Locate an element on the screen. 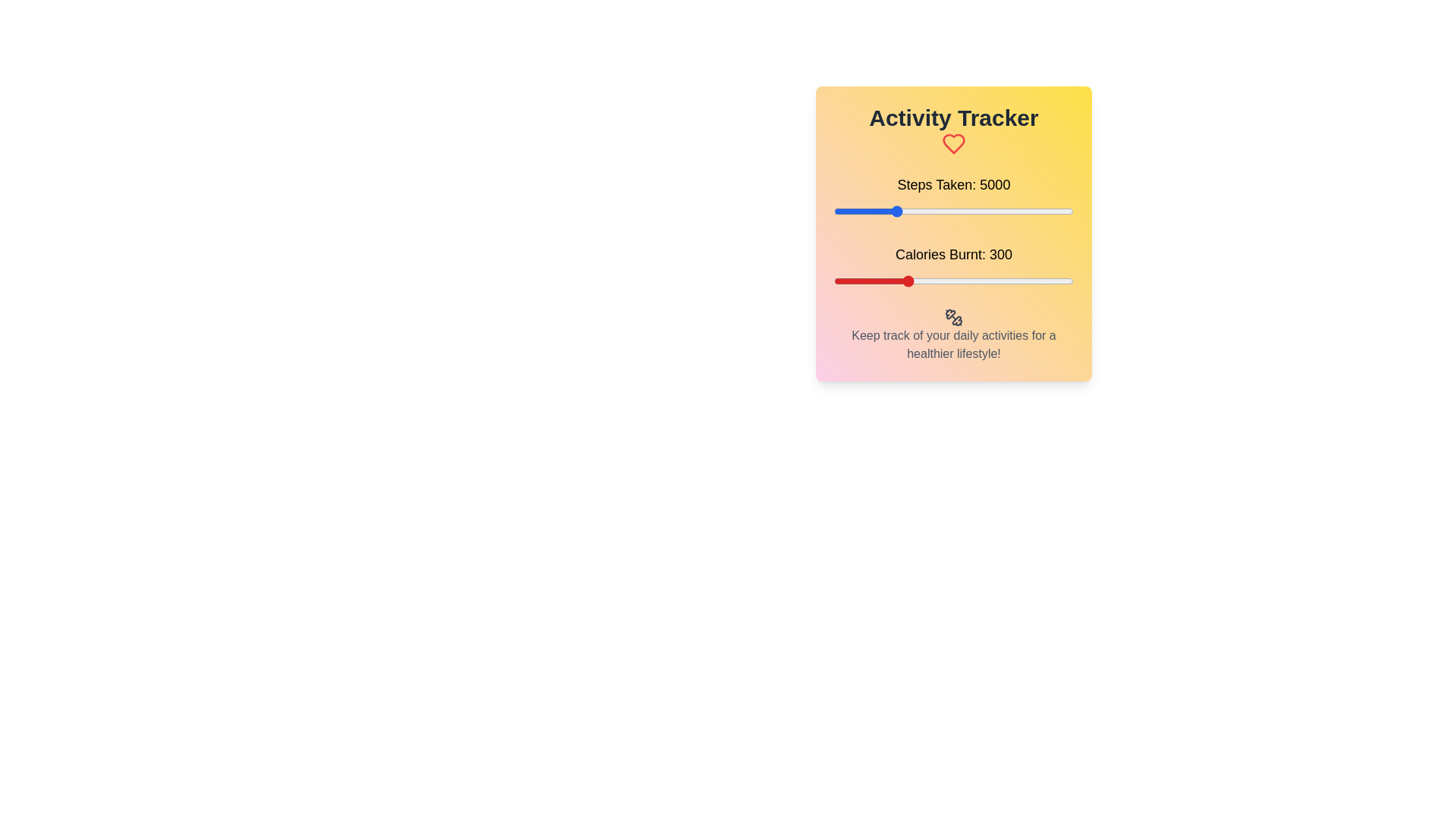 This screenshot has height=819, width=1456. steps taken is located at coordinates (1021, 211).